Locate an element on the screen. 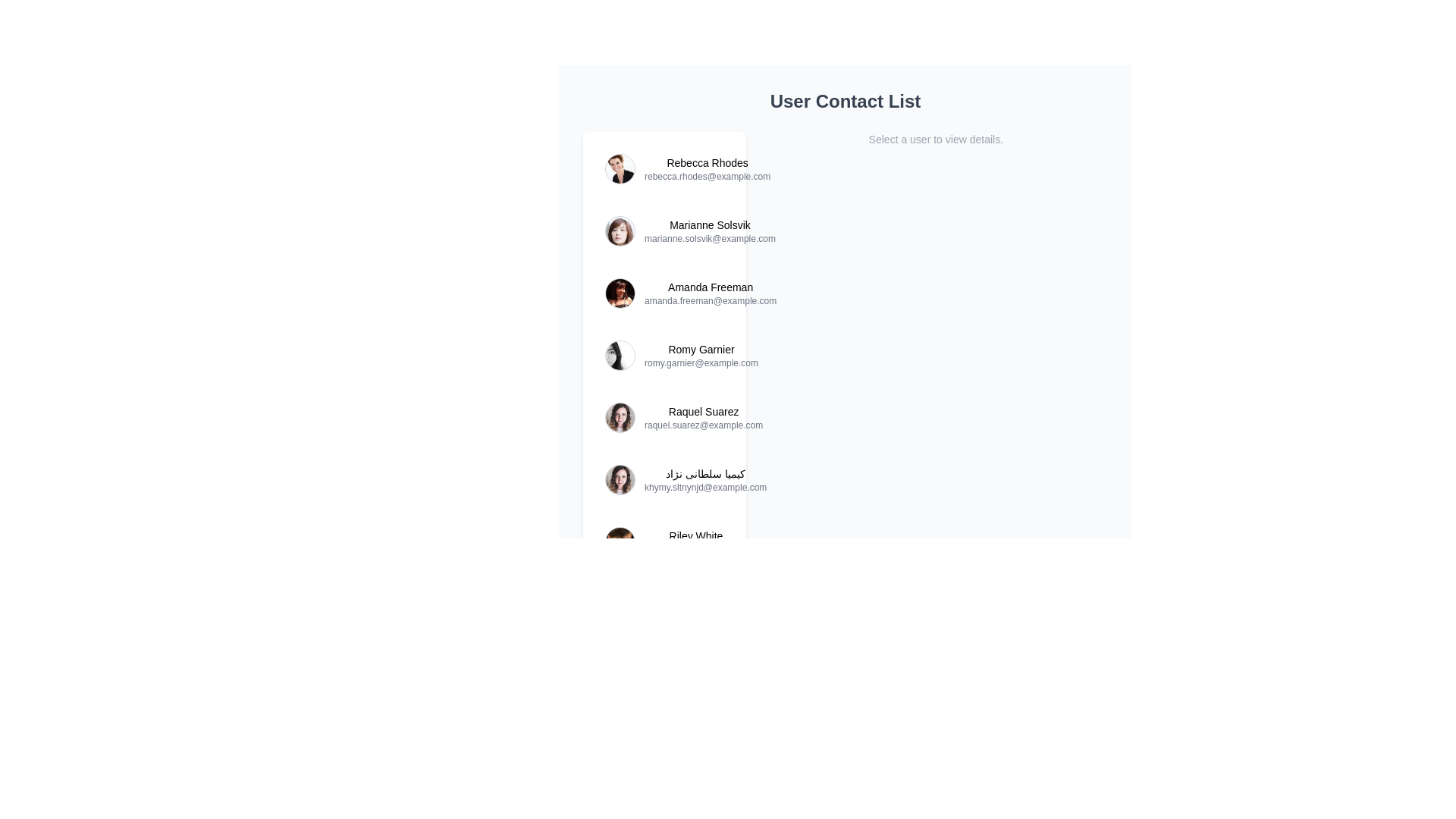 This screenshot has width=1456, height=819. email address displayed in the text label for the contact 'Amanda Freeman', which is located directly below the name in the contact list is located at coordinates (710, 301).